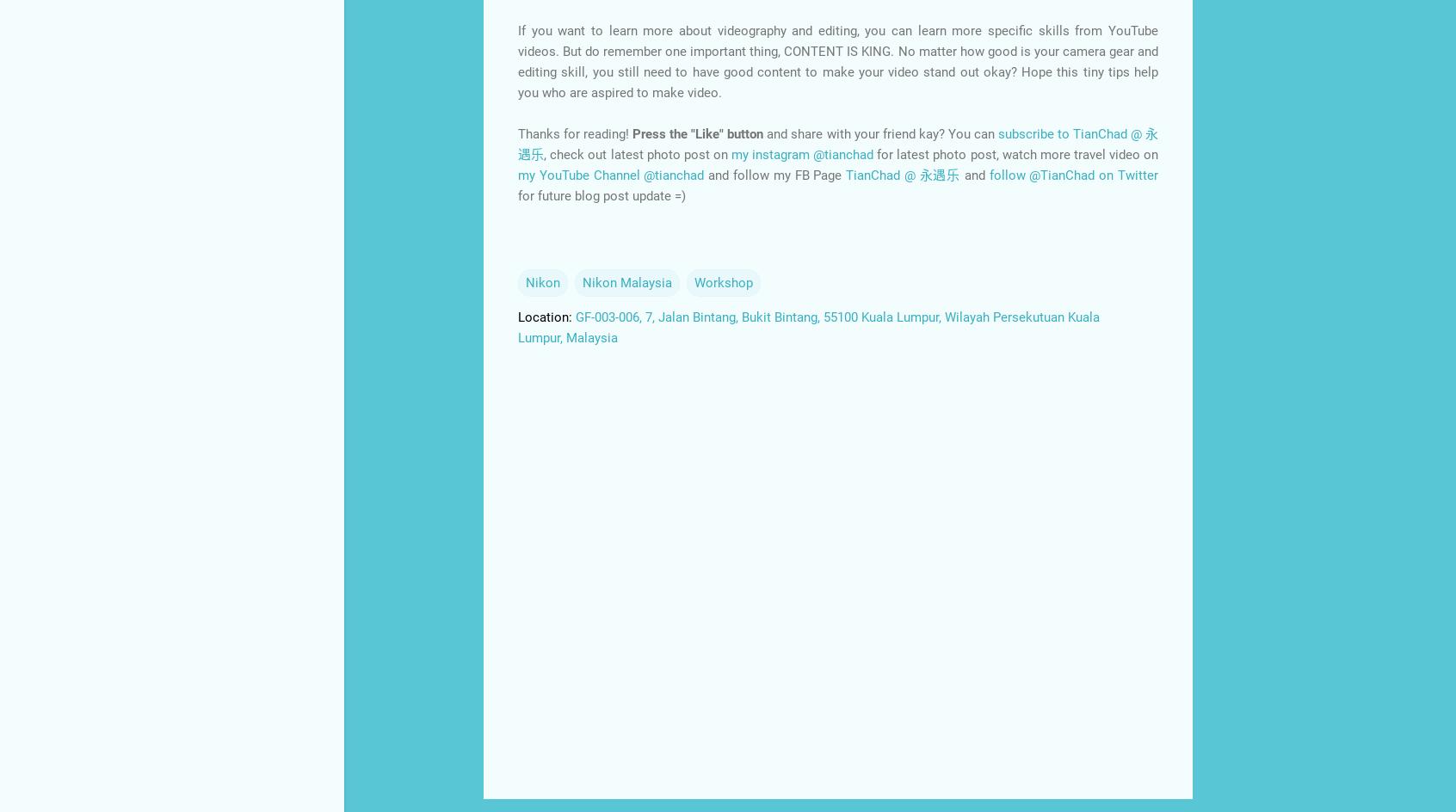  What do you see at coordinates (697, 133) in the screenshot?
I see `'Press the "Like" button'` at bounding box center [697, 133].